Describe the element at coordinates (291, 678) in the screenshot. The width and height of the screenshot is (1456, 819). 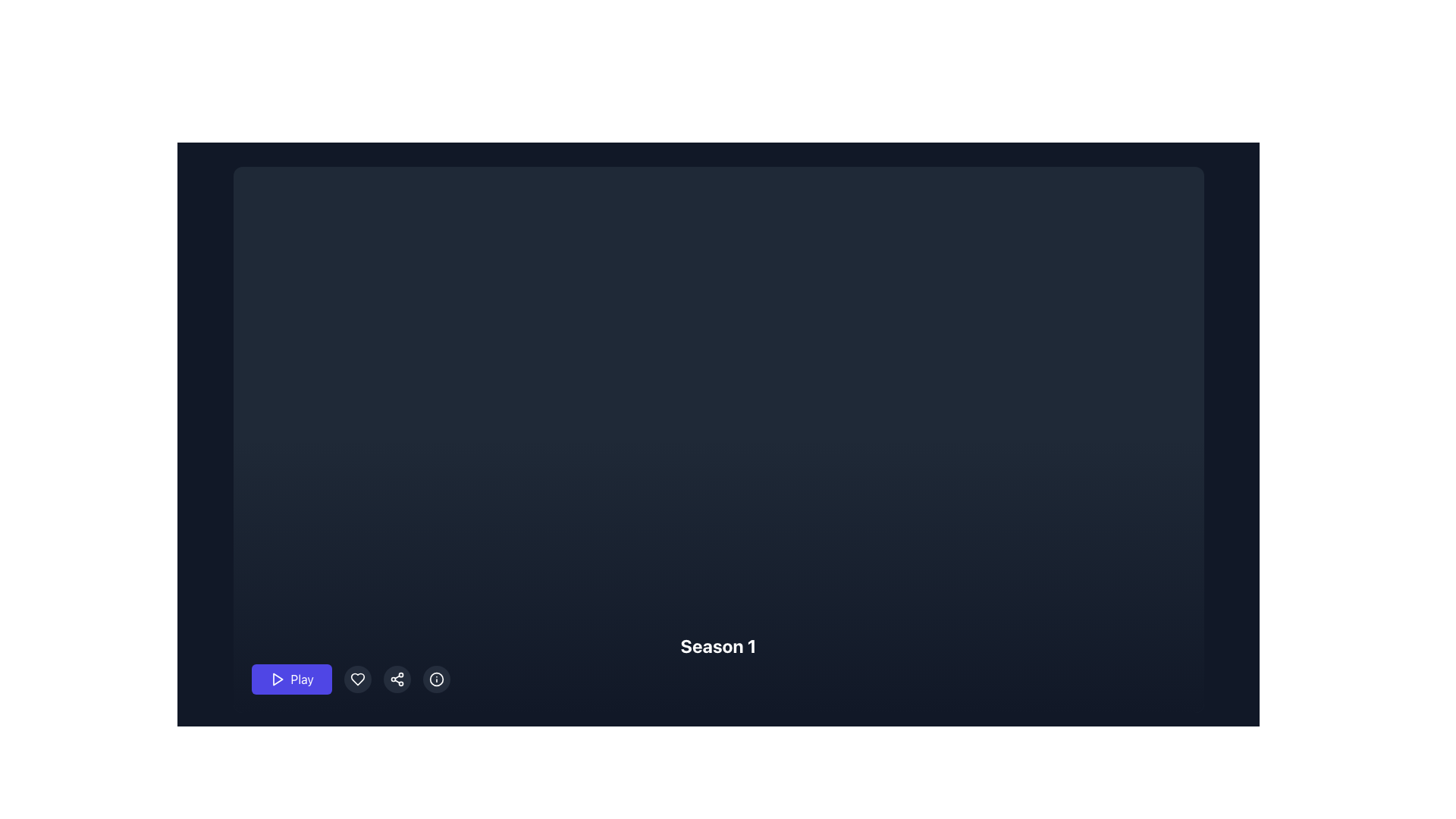
I see `the playback button located at the bottom-left corner of the interface` at that location.